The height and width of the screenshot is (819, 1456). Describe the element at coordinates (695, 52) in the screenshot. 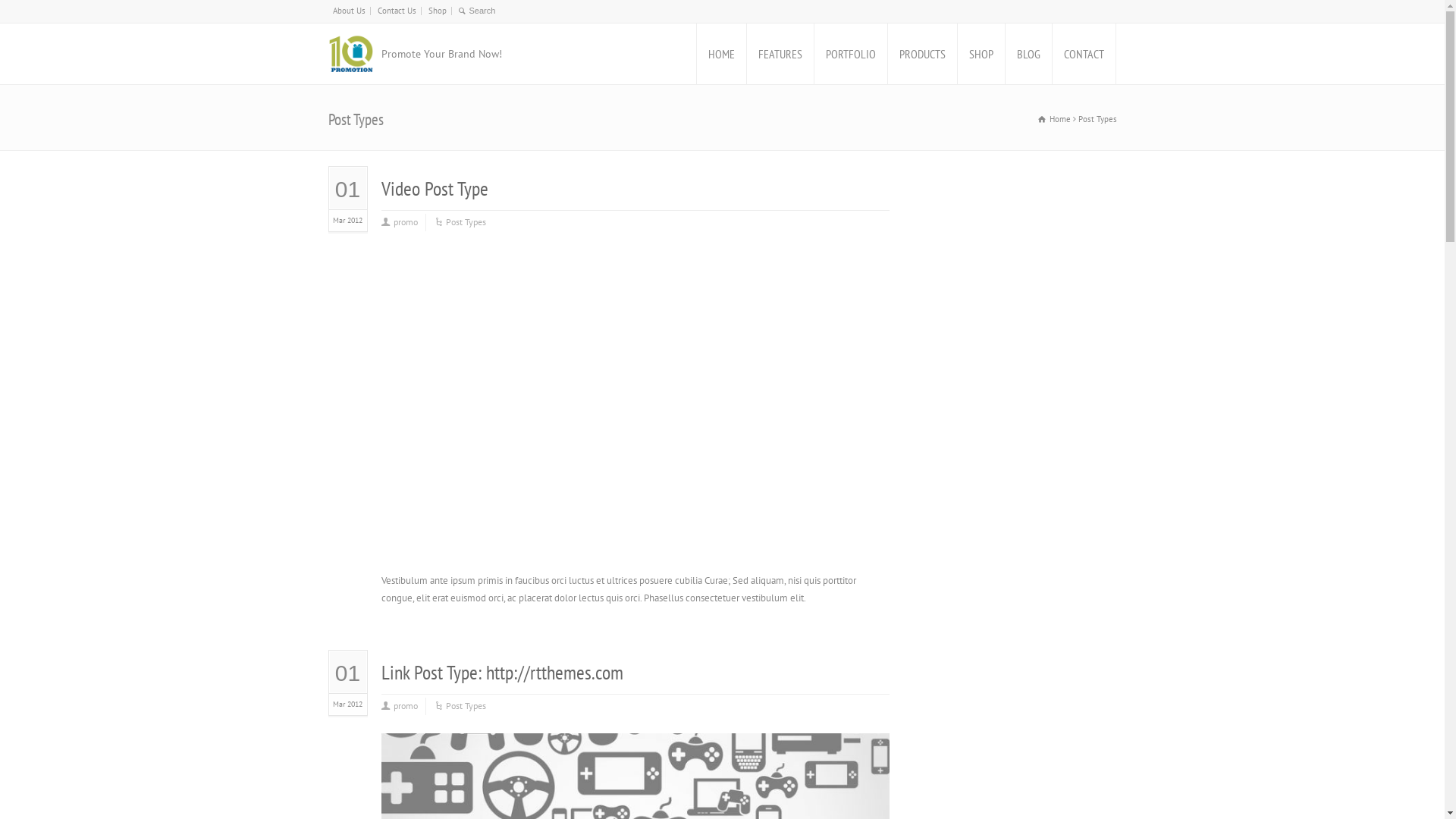

I see `'HOME'` at that location.